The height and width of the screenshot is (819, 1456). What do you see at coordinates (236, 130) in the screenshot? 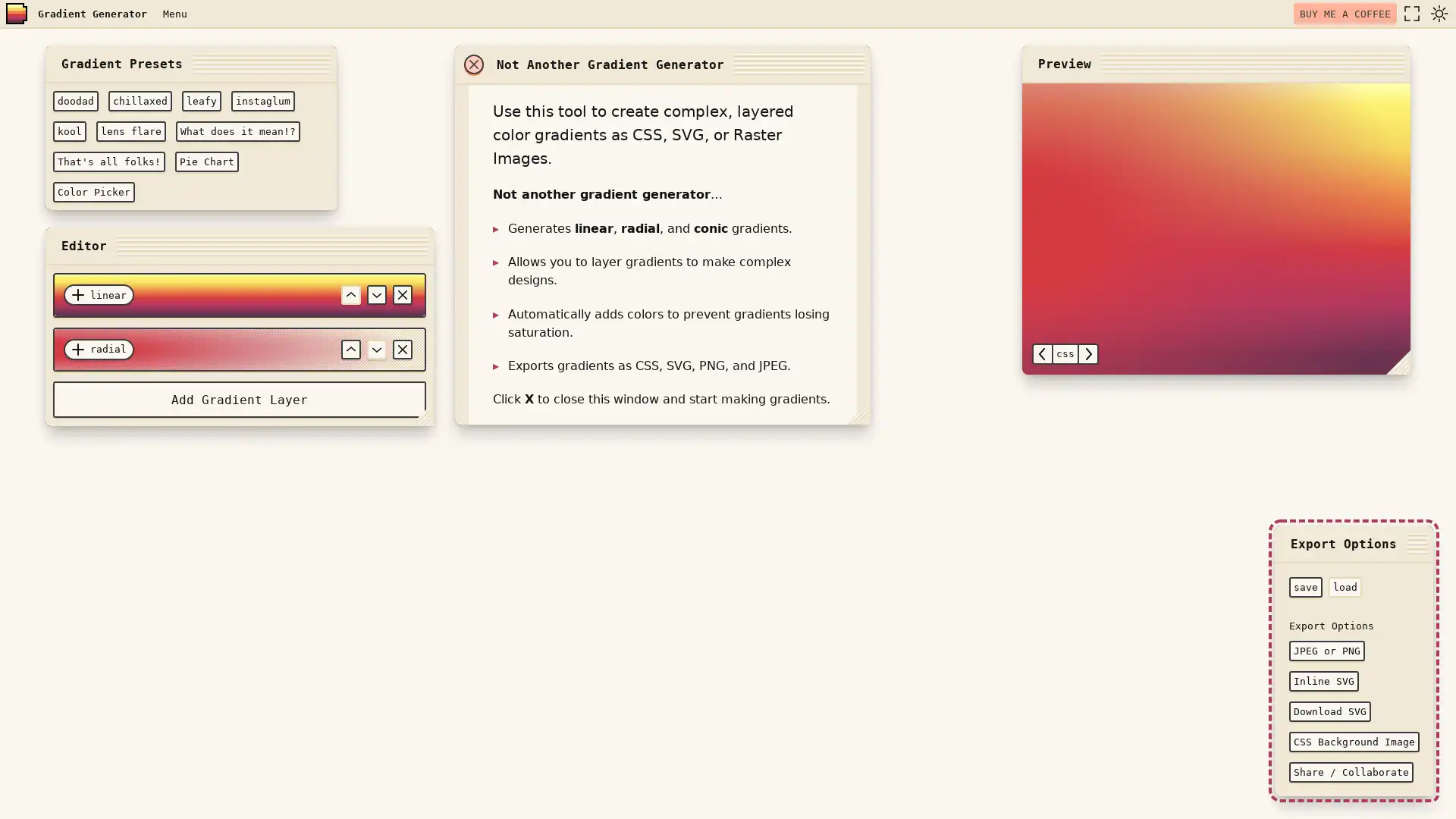
I see `What does it mean!?` at bounding box center [236, 130].